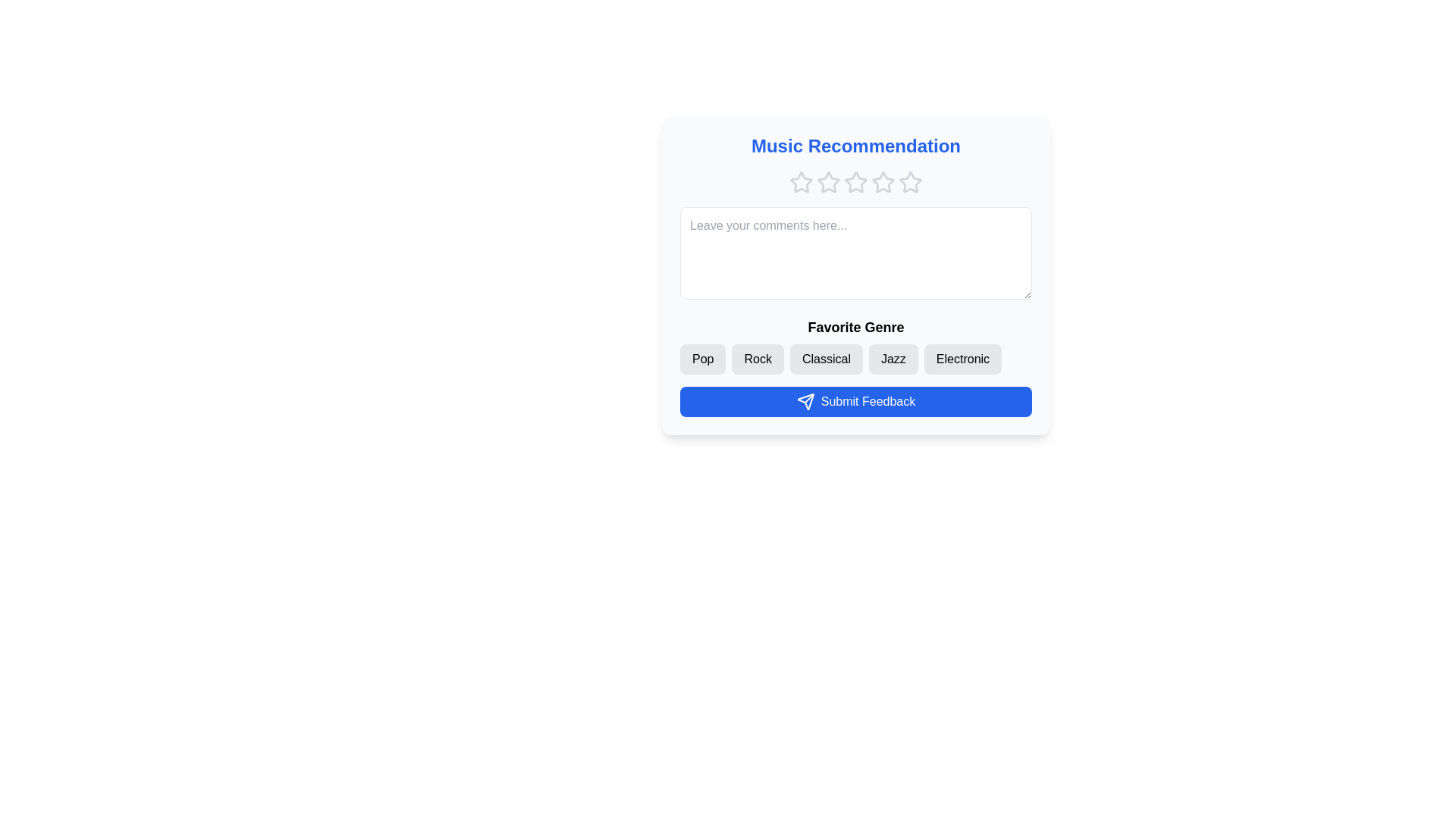 The image size is (1456, 819). What do you see at coordinates (855, 181) in the screenshot?
I see `the rating stars in the Rating Component located below the 'Music Recommendation' text` at bounding box center [855, 181].